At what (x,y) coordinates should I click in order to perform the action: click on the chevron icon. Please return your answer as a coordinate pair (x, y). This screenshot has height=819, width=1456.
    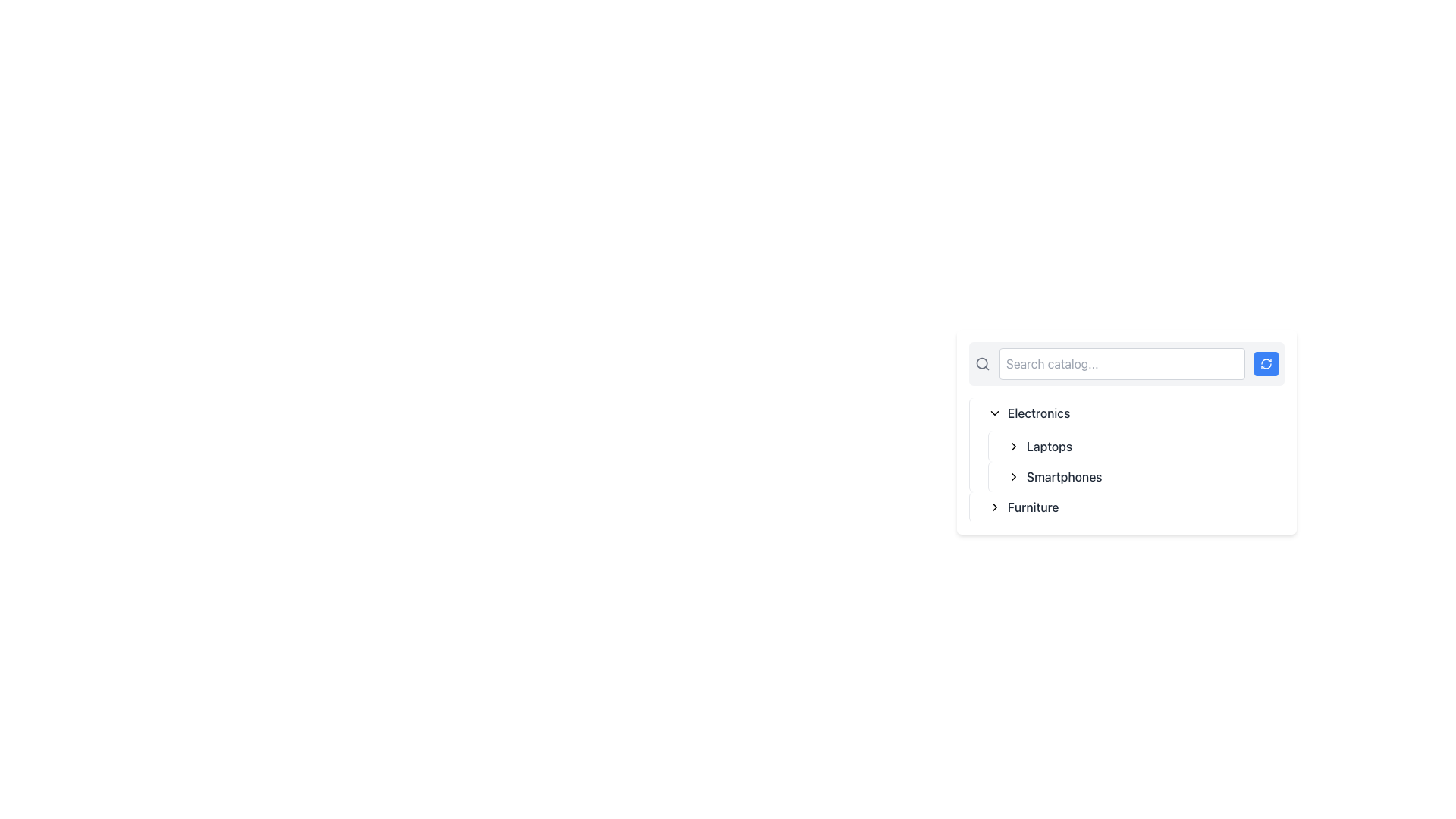
    Looking at the image, I should click on (1014, 446).